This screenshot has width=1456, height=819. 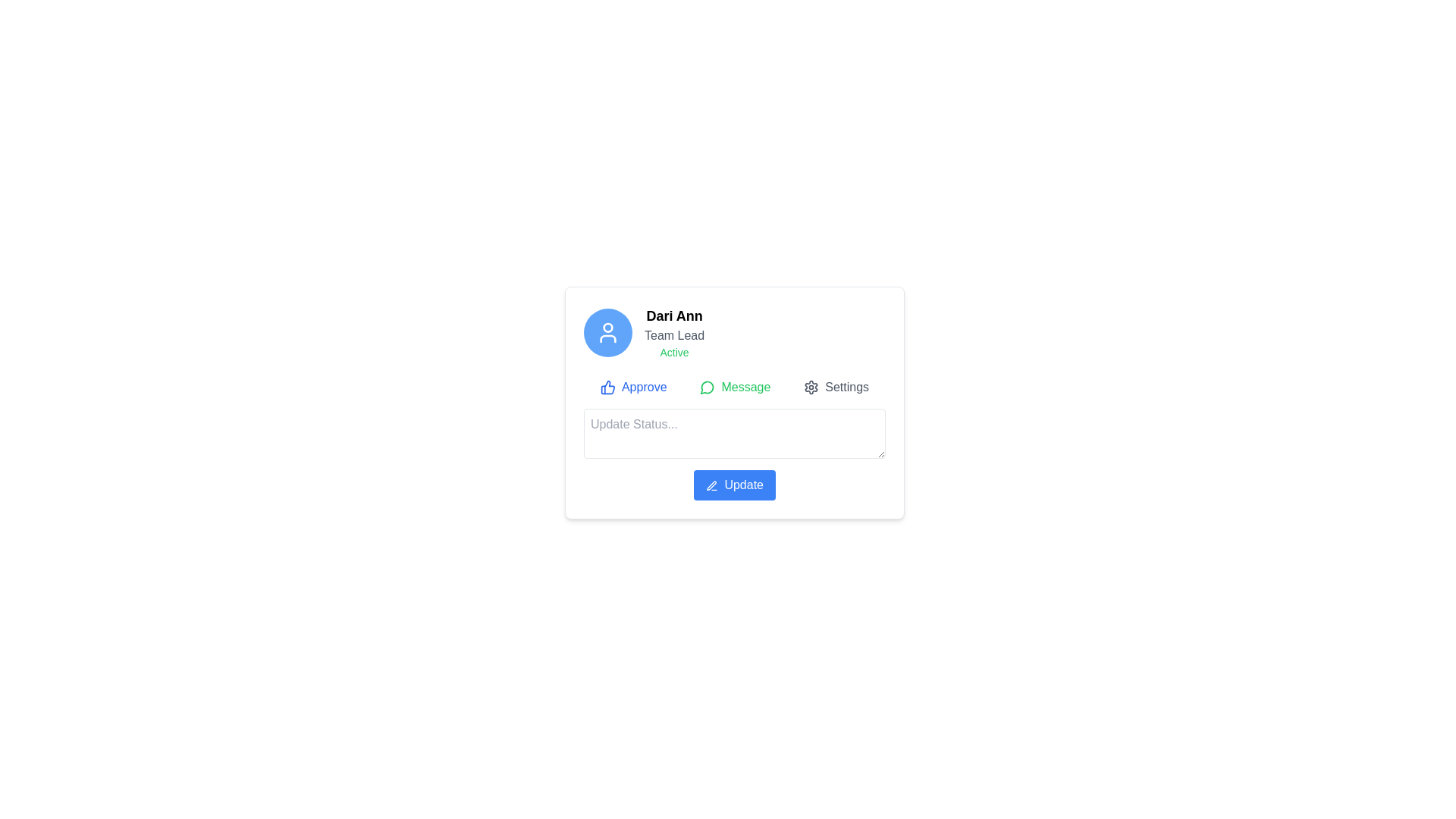 I want to click on the 'Approve' button, which is identifiable by its thumbs-up icon and blue text, positioned as the leftmost item among its siblings in a horizontal layout, so click(x=633, y=386).